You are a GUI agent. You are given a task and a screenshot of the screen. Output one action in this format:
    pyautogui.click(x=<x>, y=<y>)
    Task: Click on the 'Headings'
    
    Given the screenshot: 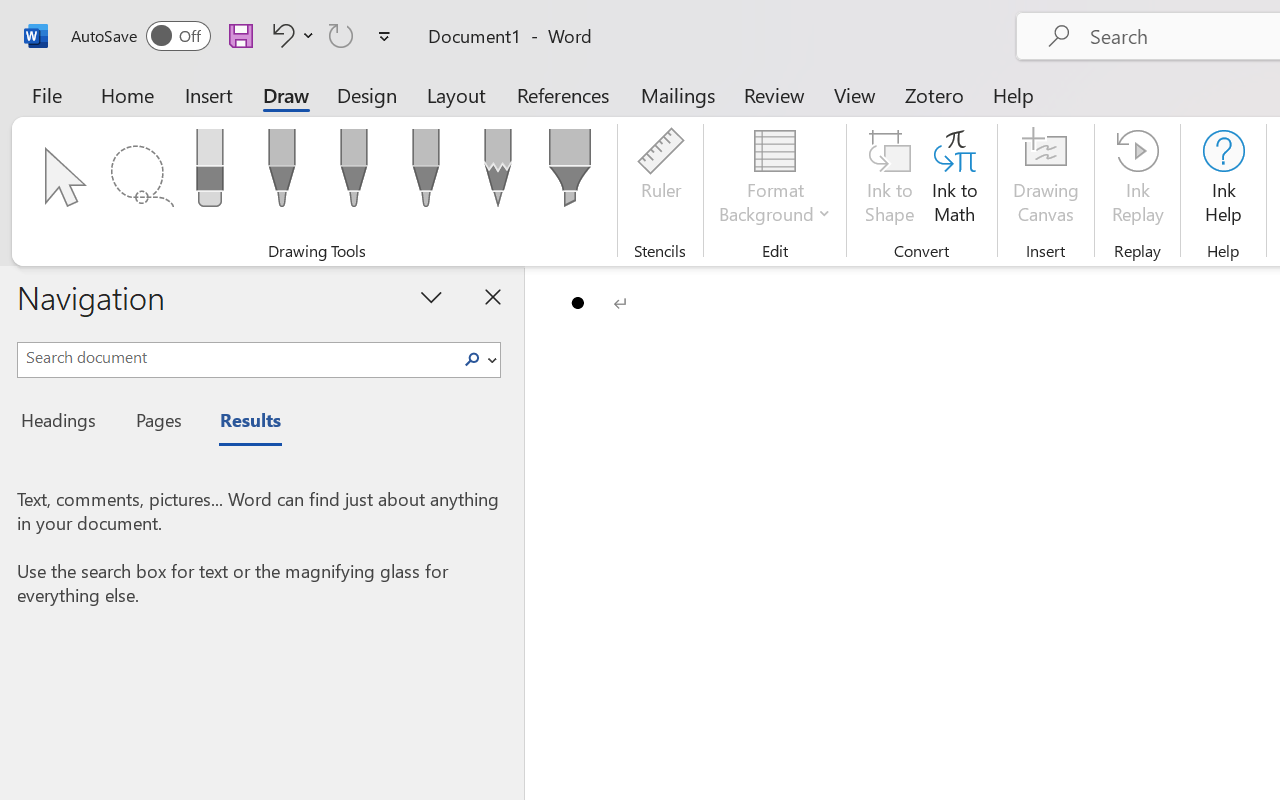 What is the action you would take?
    pyautogui.click(x=65, y=423)
    